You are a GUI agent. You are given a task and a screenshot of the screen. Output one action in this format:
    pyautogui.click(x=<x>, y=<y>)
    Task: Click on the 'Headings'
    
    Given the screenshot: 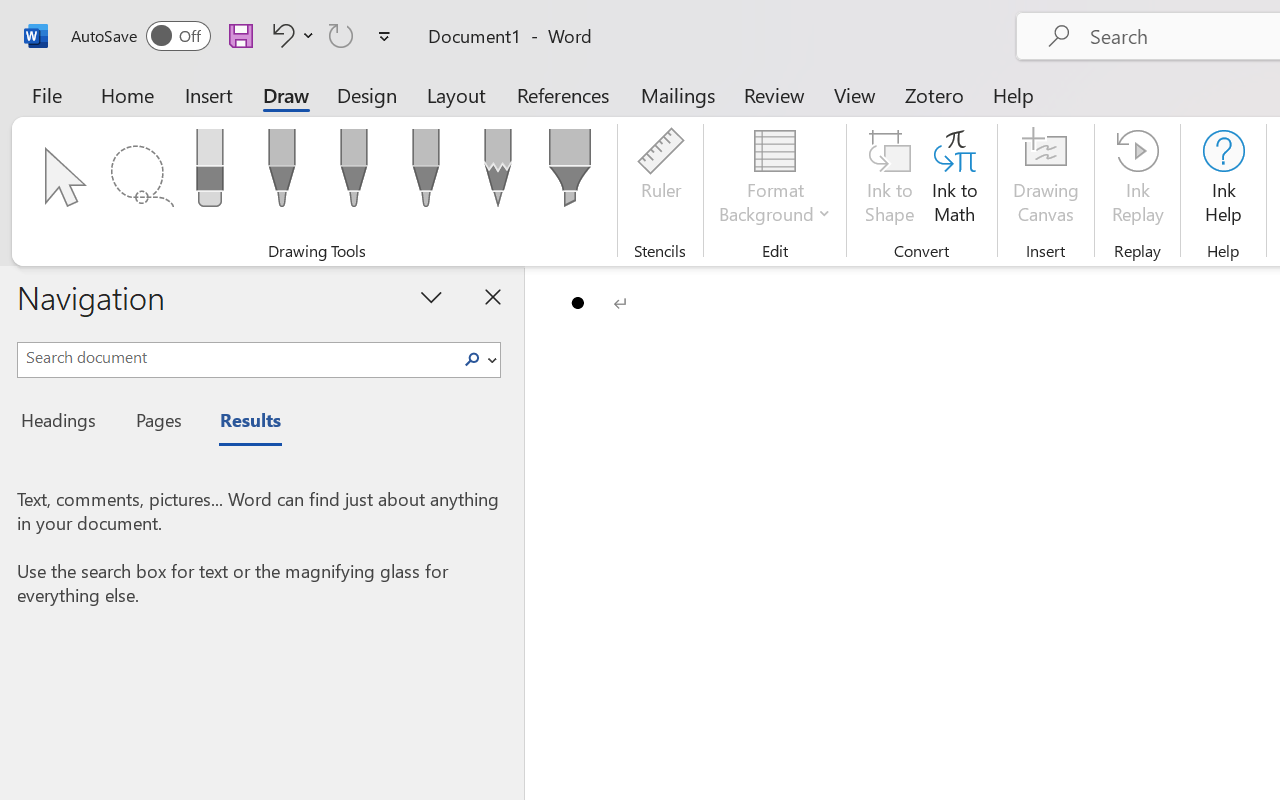 What is the action you would take?
    pyautogui.click(x=65, y=423)
    